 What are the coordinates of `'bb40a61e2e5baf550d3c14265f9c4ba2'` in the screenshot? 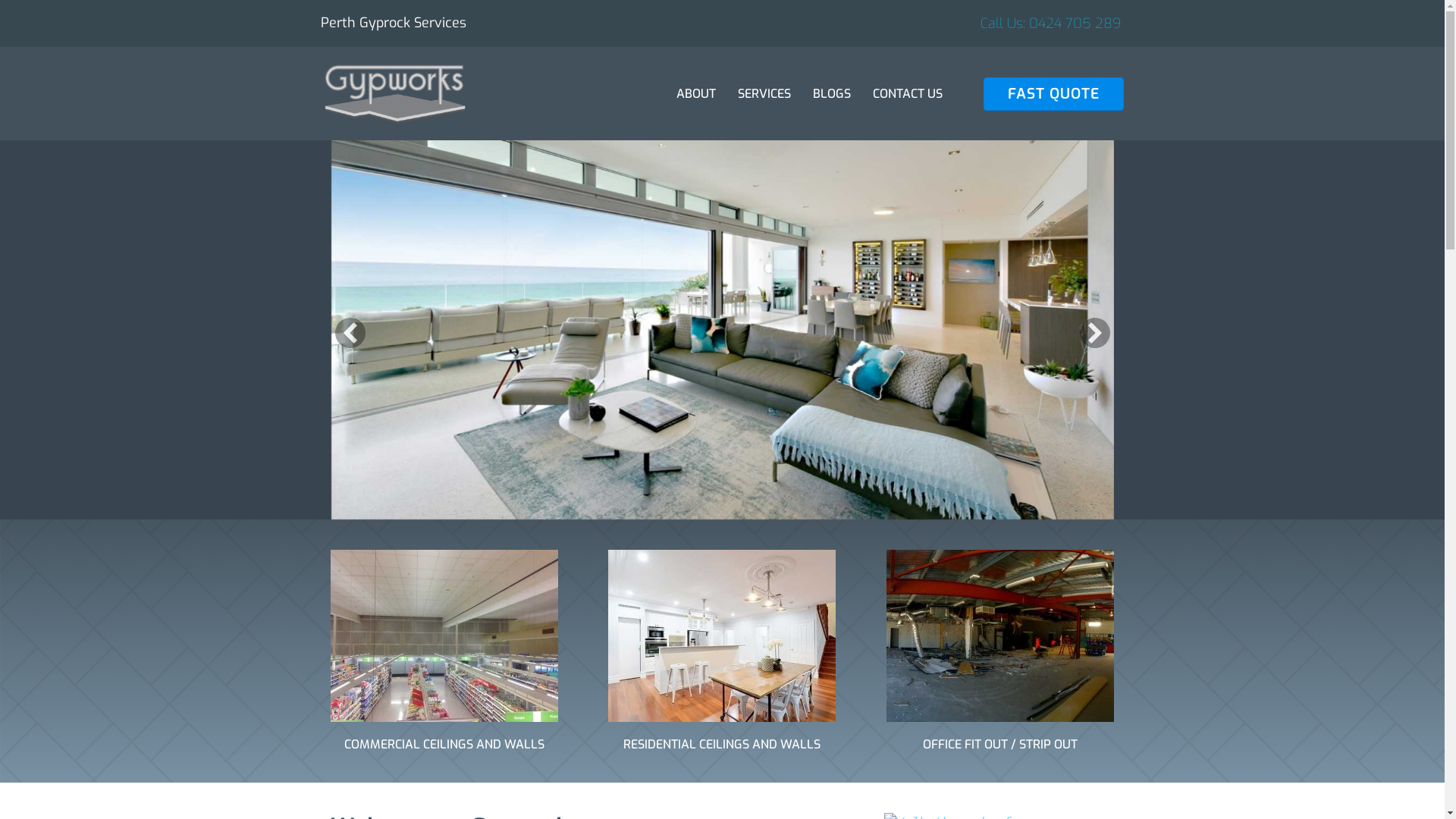 It's located at (720, 635).